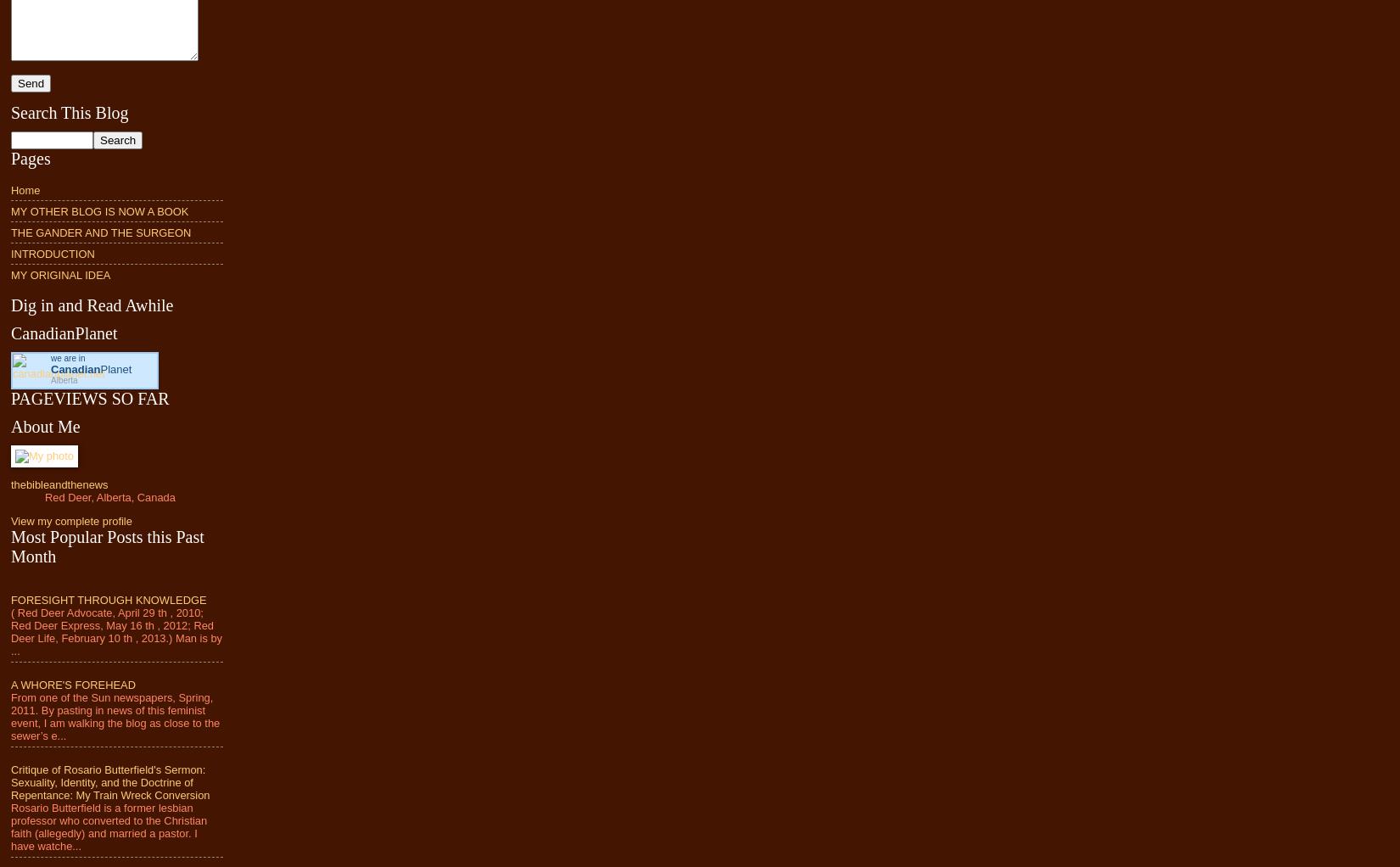 This screenshot has height=867, width=1400. What do you see at coordinates (99, 210) in the screenshot?
I see `'MY OTHER BLOG IS NOW A BOOK'` at bounding box center [99, 210].